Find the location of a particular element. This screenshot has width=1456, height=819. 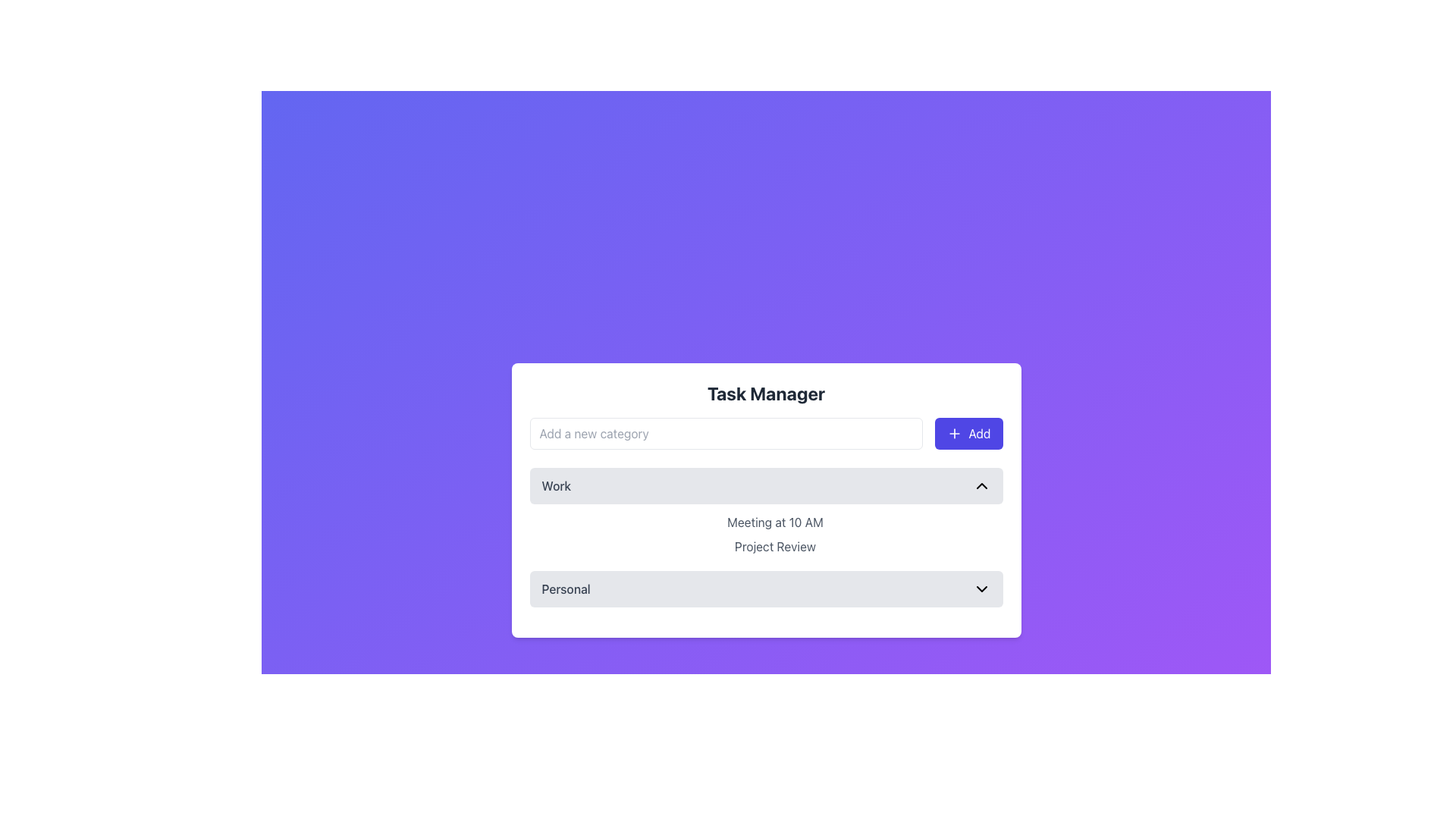

the downward chevron icon located at the rightmost end of the 'Personal' section is located at coordinates (981, 588).